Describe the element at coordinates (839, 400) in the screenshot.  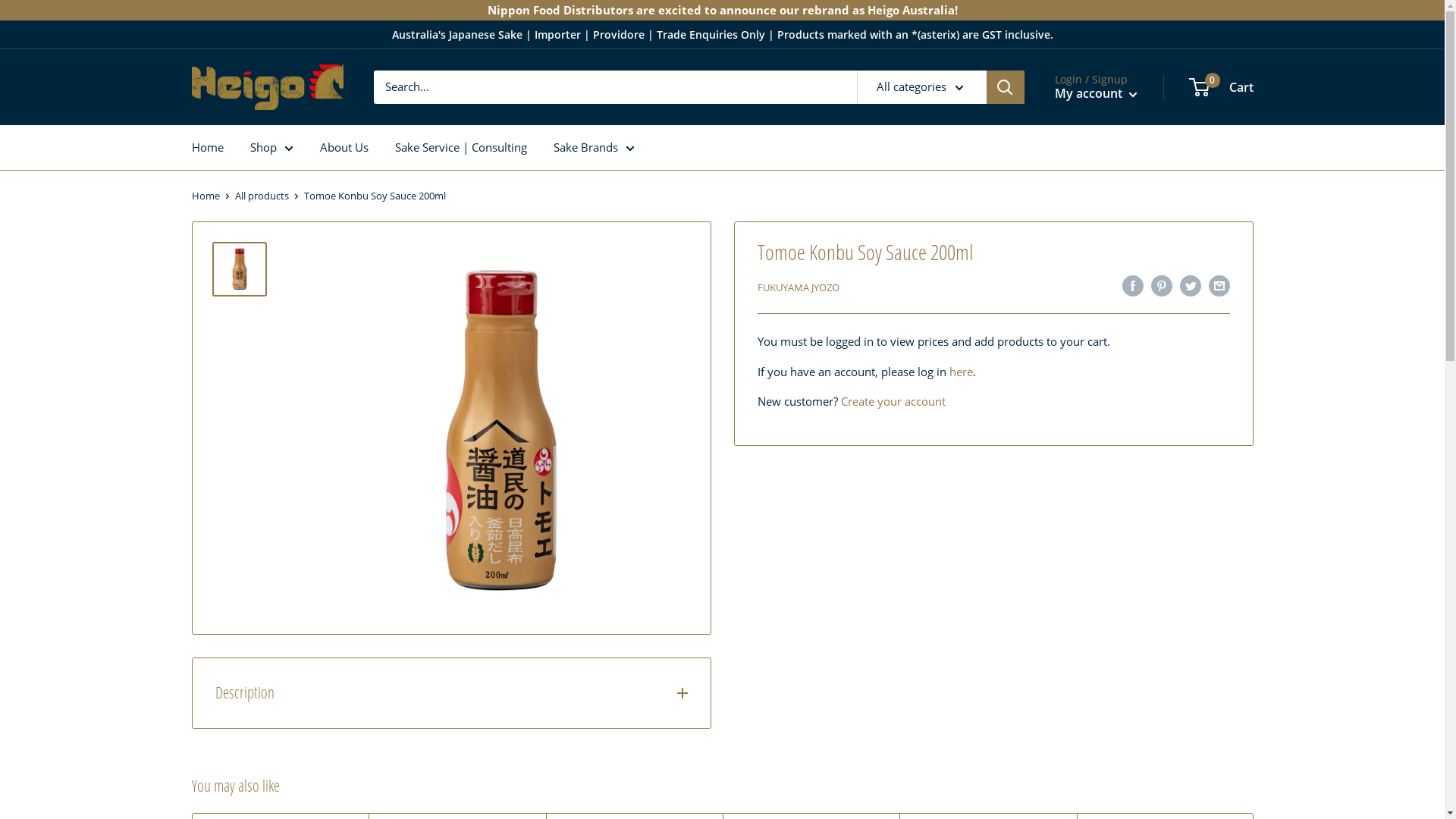
I see `'Create your account'` at that location.